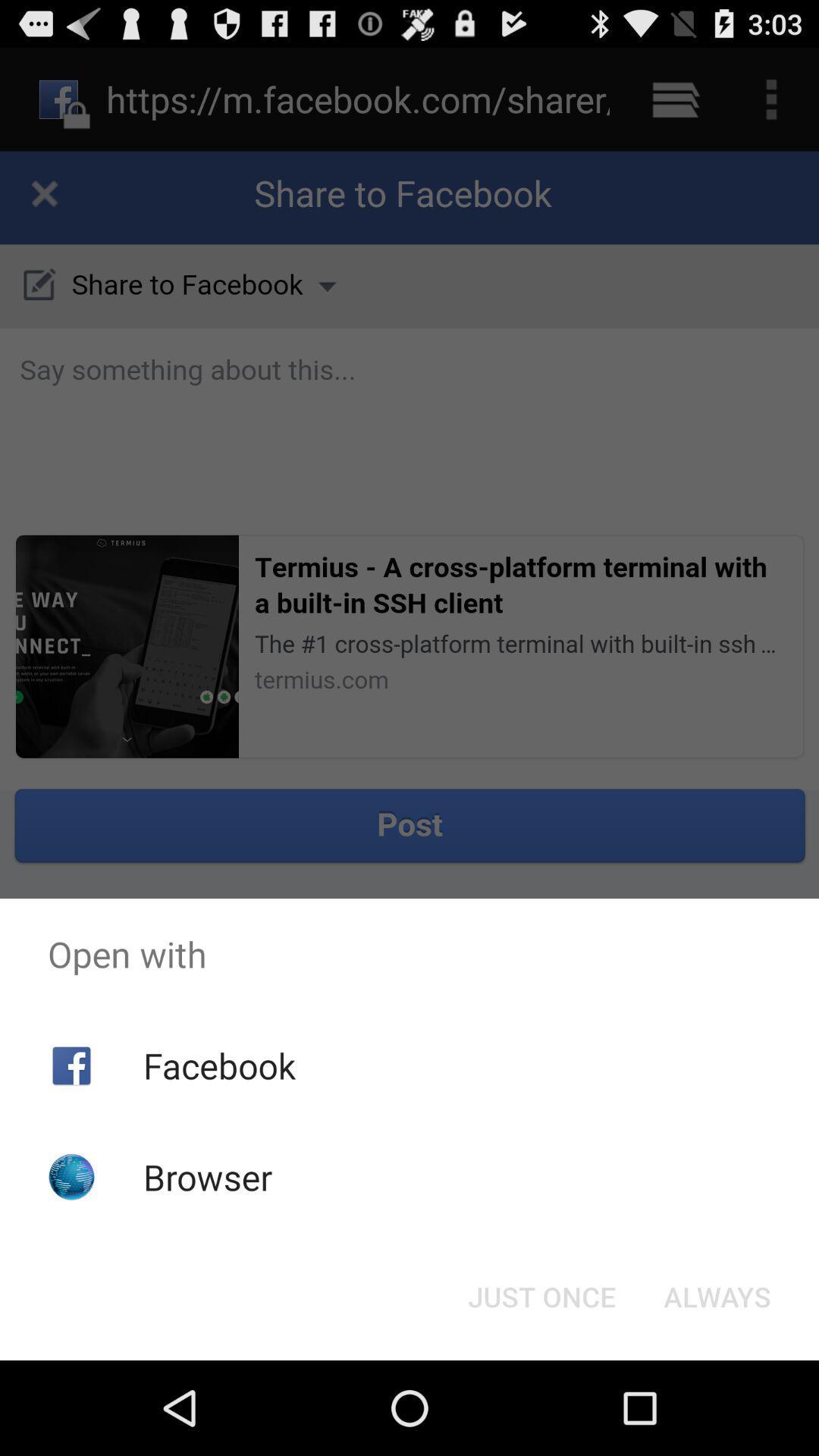 This screenshot has height=1456, width=819. I want to click on the button at the bottom right corner, so click(717, 1295).